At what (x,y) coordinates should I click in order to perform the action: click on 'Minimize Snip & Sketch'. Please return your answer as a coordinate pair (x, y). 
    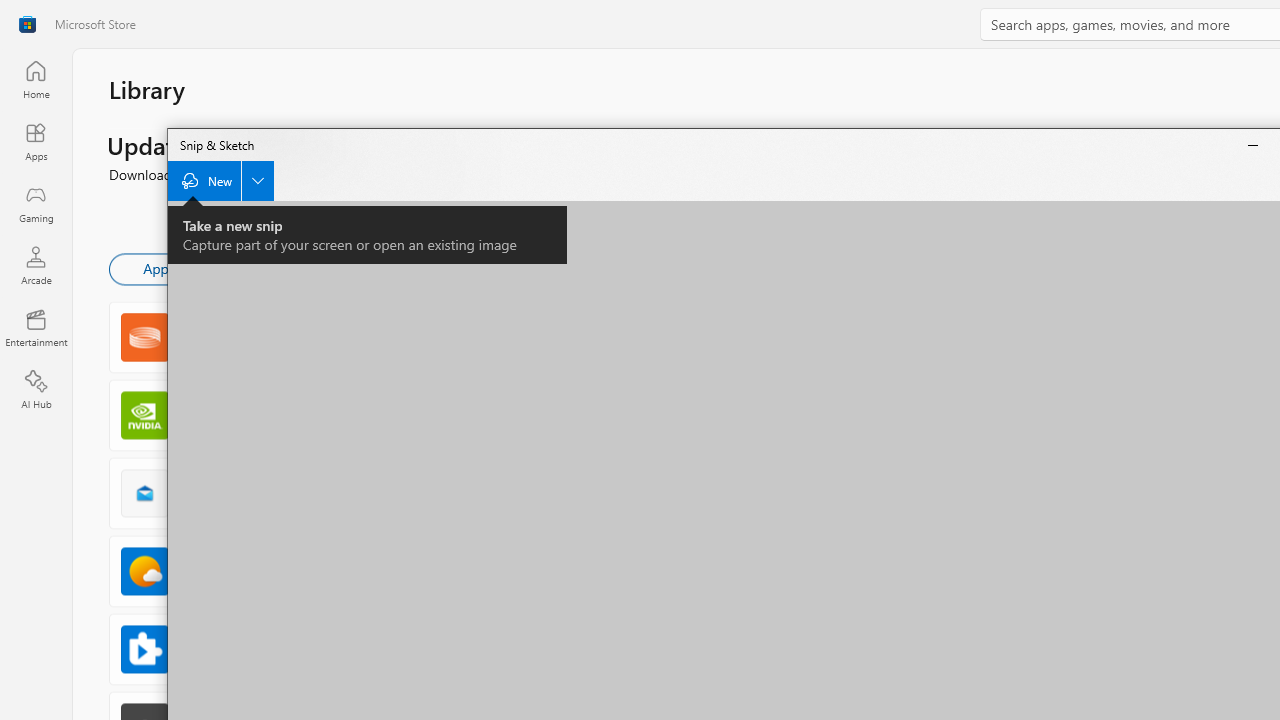
    Looking at the image, I should click on (1252, 144).